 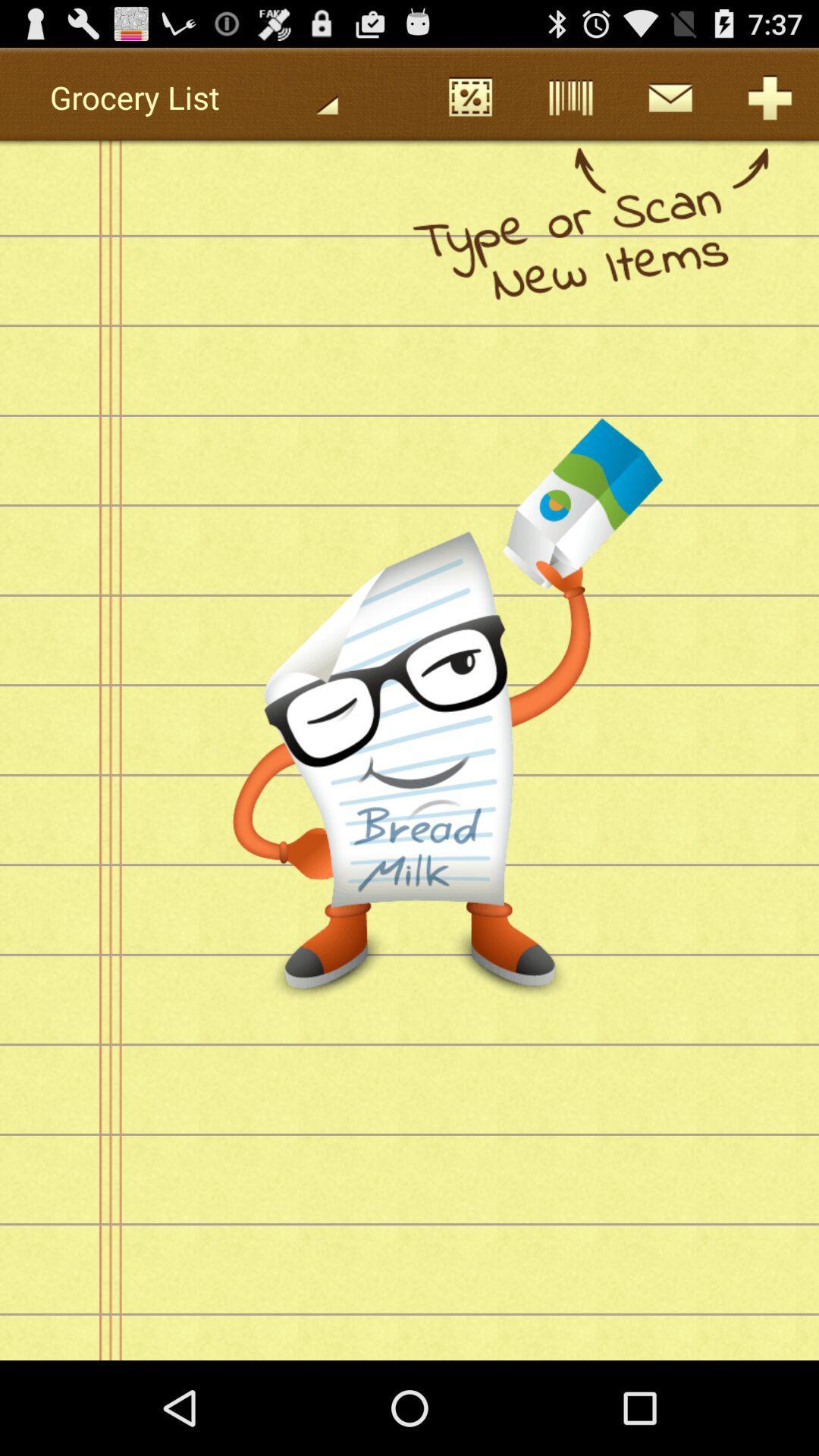 What do you see at coordinates (469, 103) in the screenshot?
I see `the date_range icon` at bounding box center [469, 103].